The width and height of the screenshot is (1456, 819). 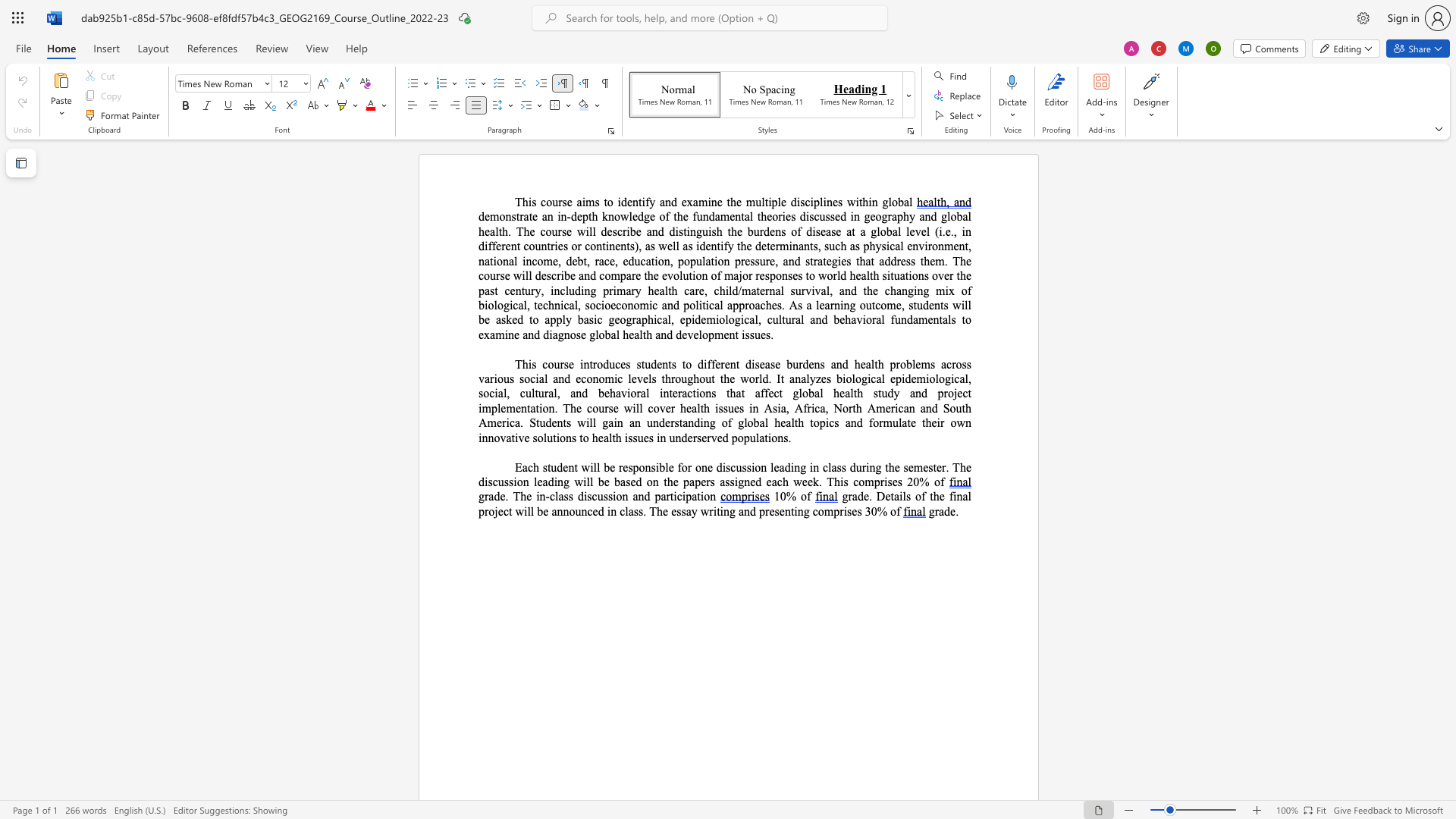 I want to click on the 1th character "t" in the text, so click(x=548, y=466).